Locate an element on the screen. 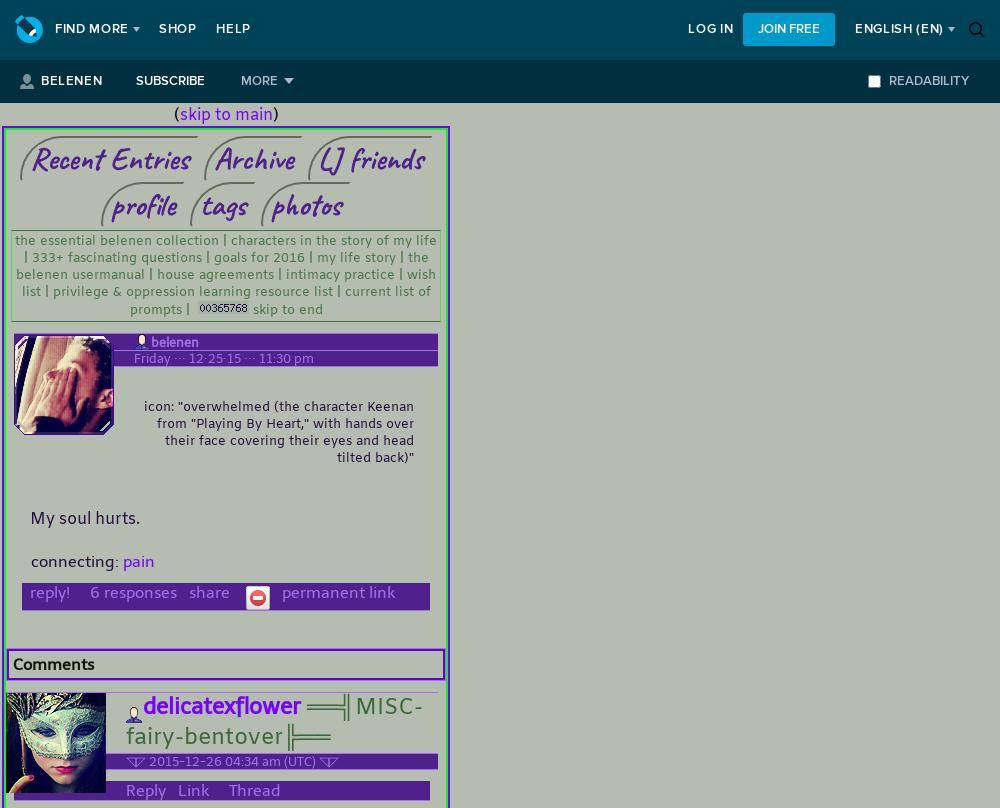 Image resolution: width=1000 pixels, height=808 pixels. '(en)' is located at coordinates (930, 29).